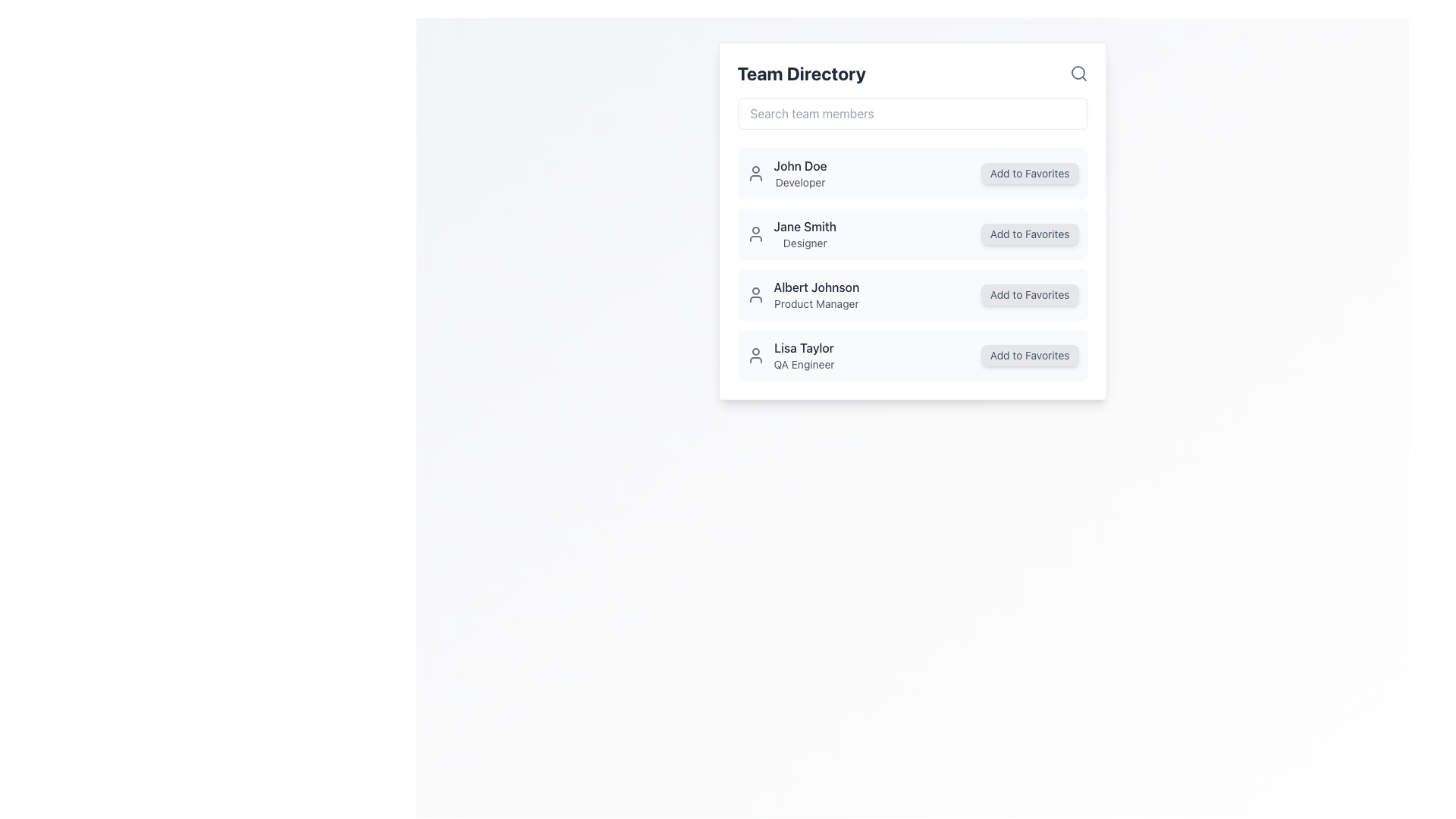 The height and width of the screenshot is (819, 1456). Describe the element at coordinates (804, 242) in the screenshot. I see `the static text label displaying 'Designer' located beneath 'Jane Smith' in the team directory list` at that location.